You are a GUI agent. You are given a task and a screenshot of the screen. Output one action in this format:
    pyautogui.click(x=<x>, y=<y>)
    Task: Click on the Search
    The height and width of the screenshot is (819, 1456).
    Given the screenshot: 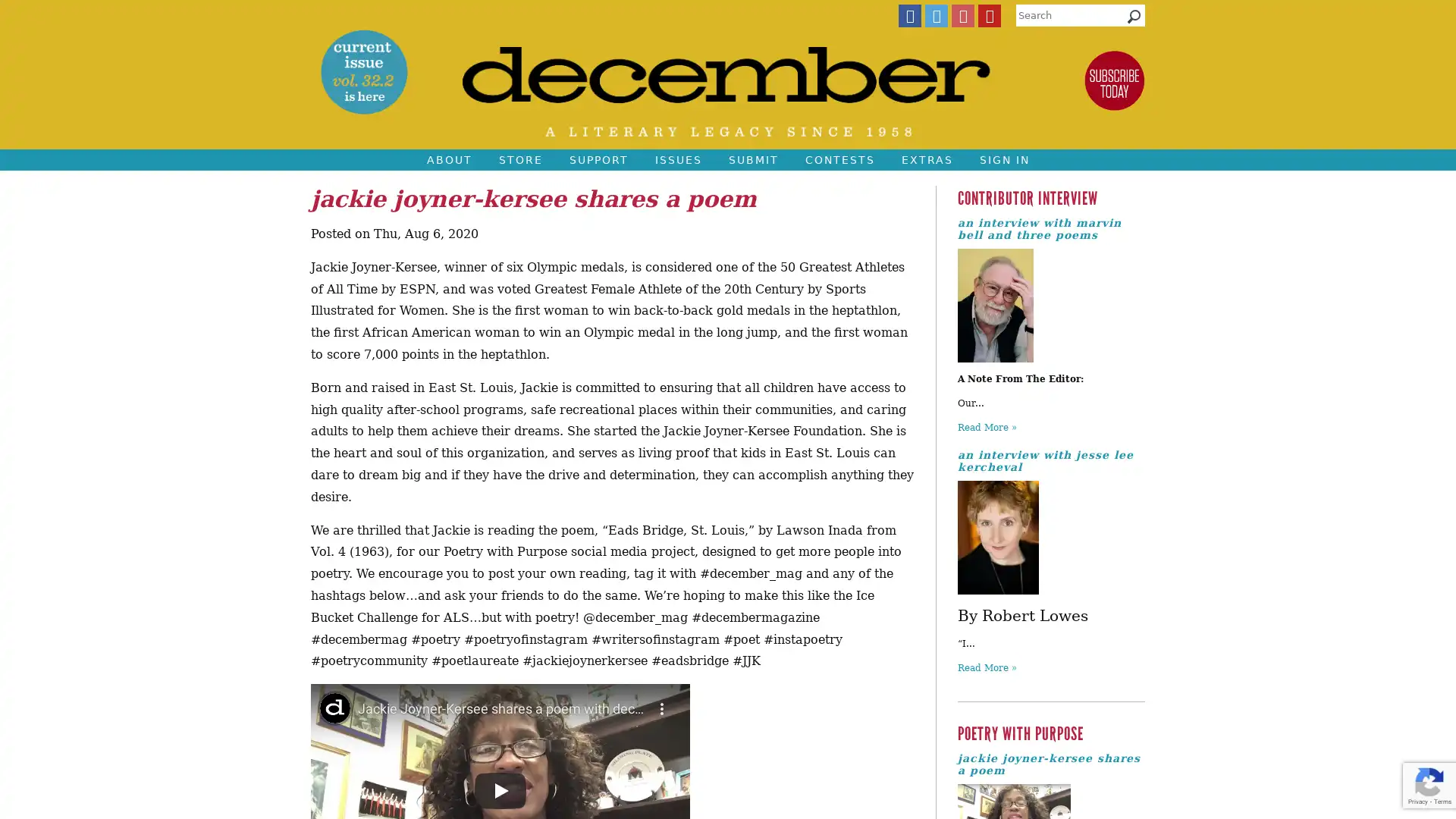 What is the action you would take?
    pyautogui.click(x=1134, y=20)
    